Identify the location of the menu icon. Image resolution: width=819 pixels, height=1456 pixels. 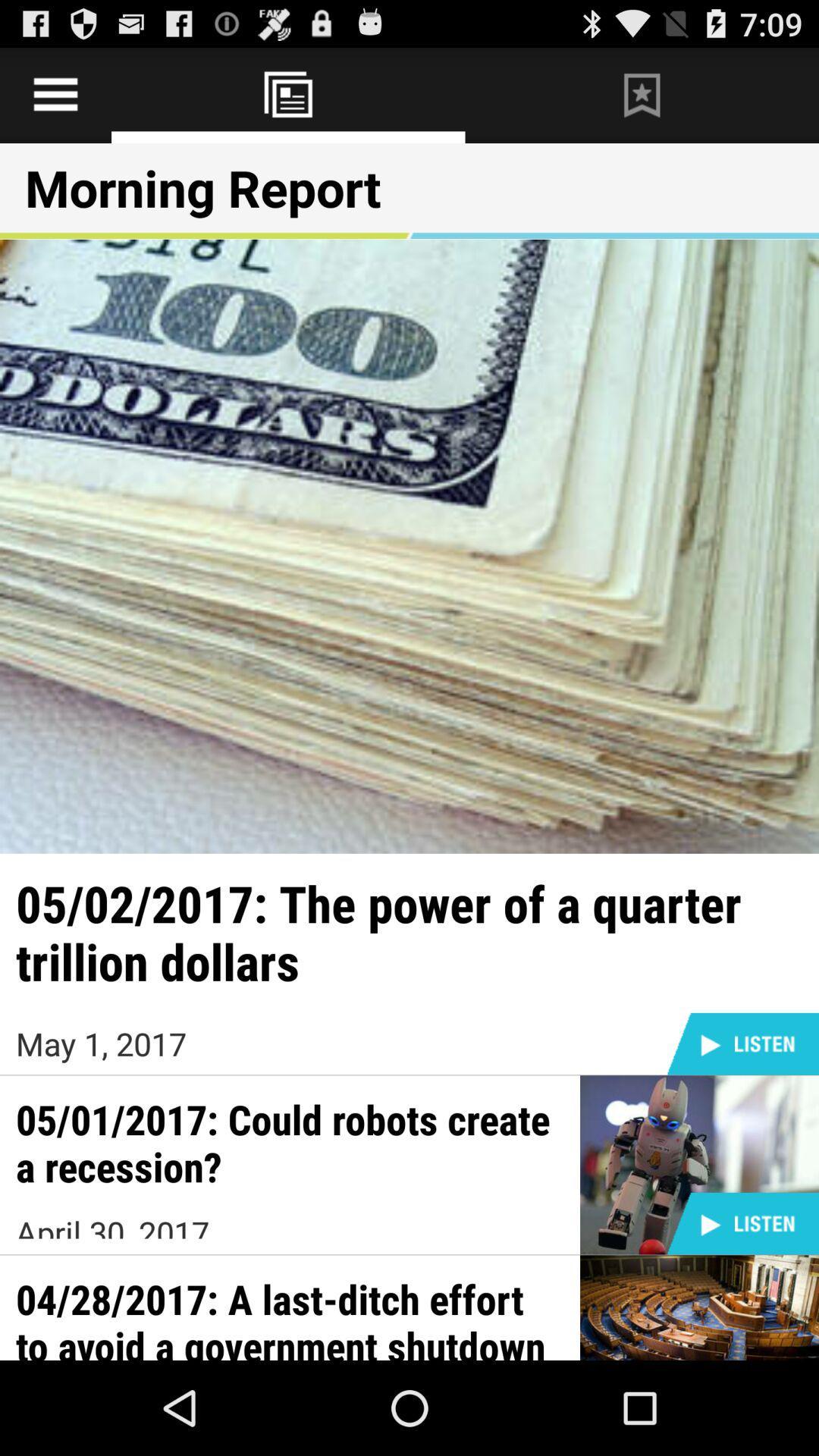
(55, 101).